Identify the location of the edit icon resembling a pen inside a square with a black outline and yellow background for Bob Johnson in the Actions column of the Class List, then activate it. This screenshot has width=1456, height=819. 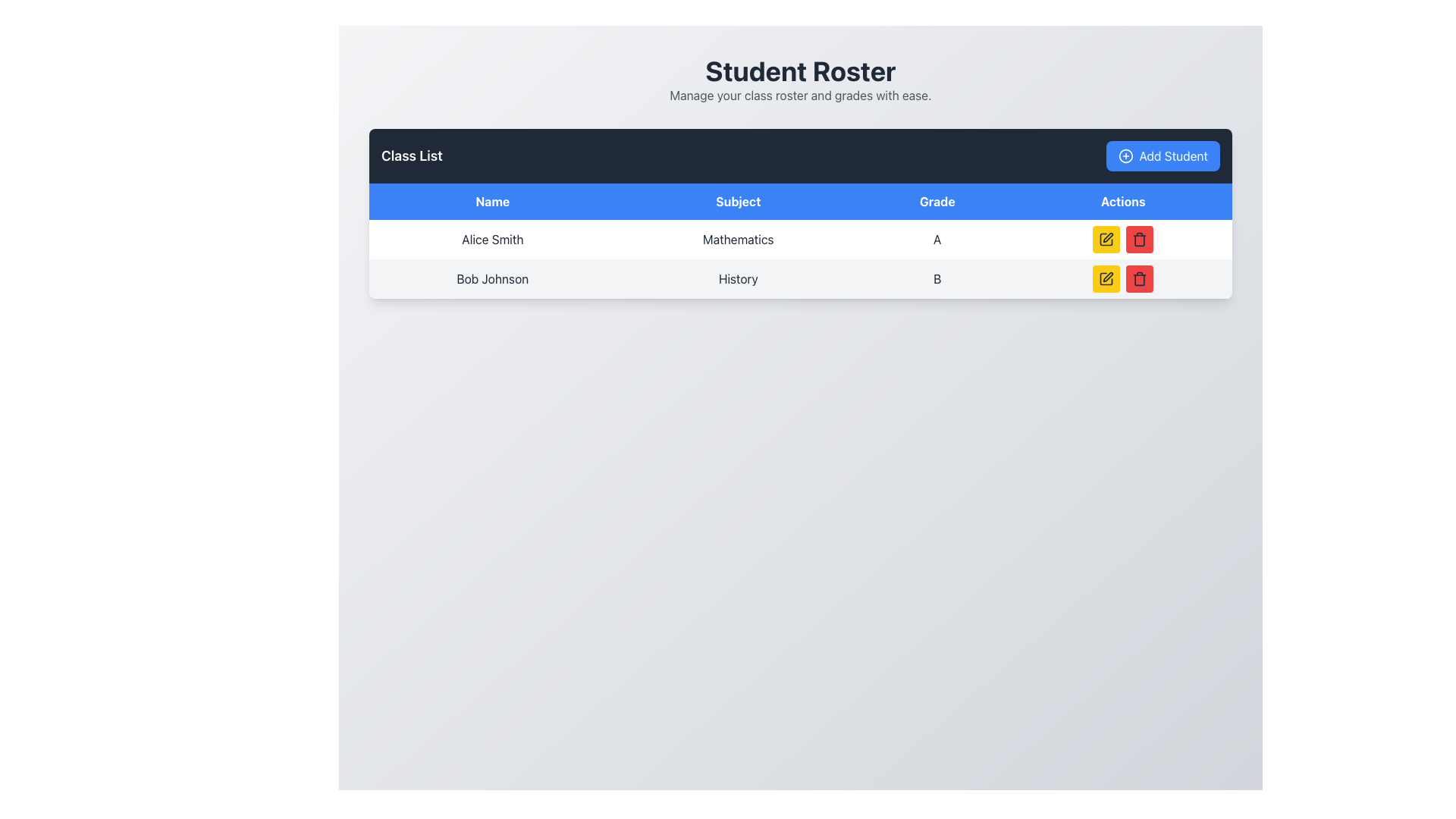
(1106, 278).